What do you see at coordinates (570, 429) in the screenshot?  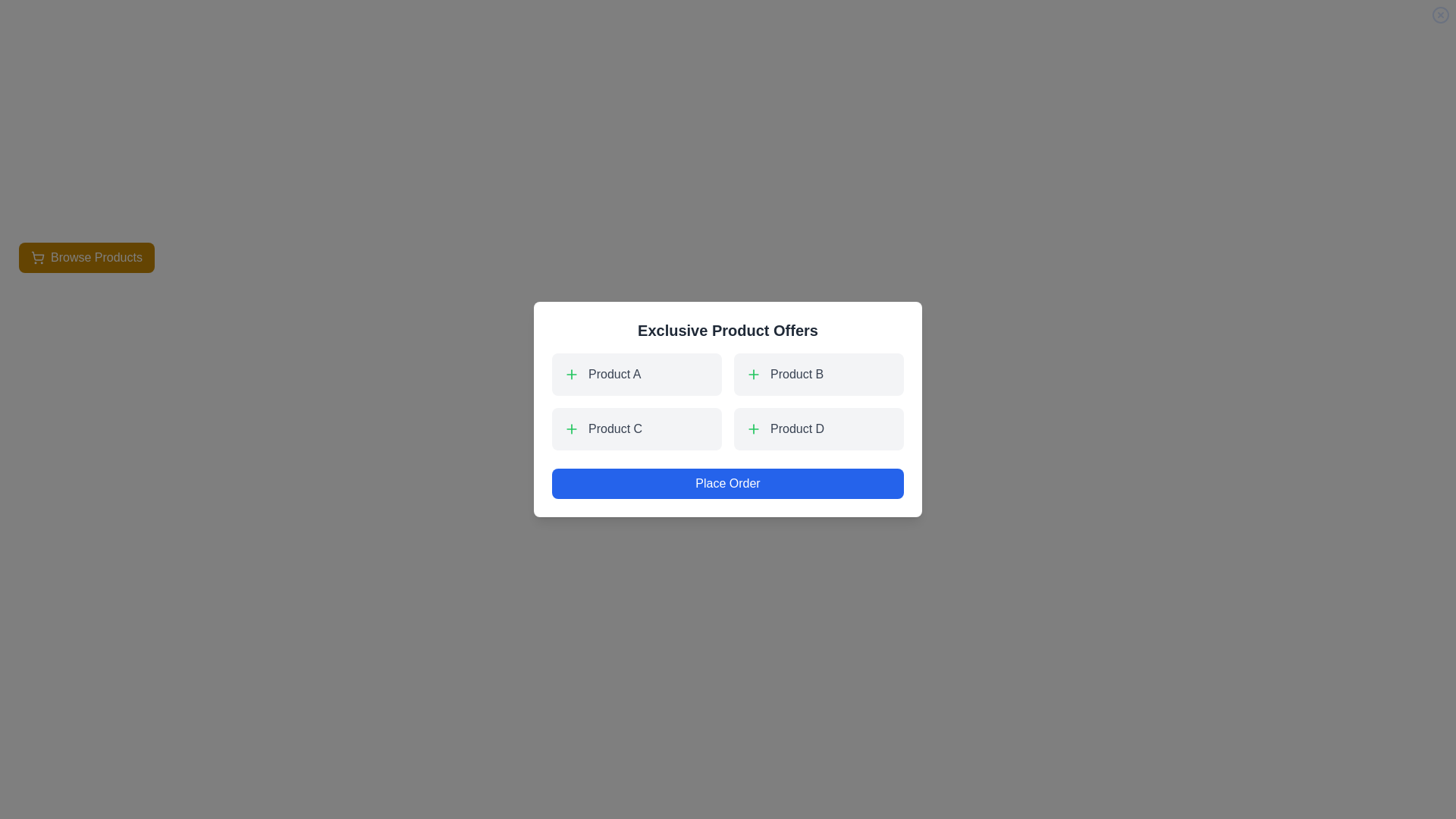 I see `the add button icon for 'Product C', located in the lower-left quadrant of the central modal` at bounding box center [570, 429].